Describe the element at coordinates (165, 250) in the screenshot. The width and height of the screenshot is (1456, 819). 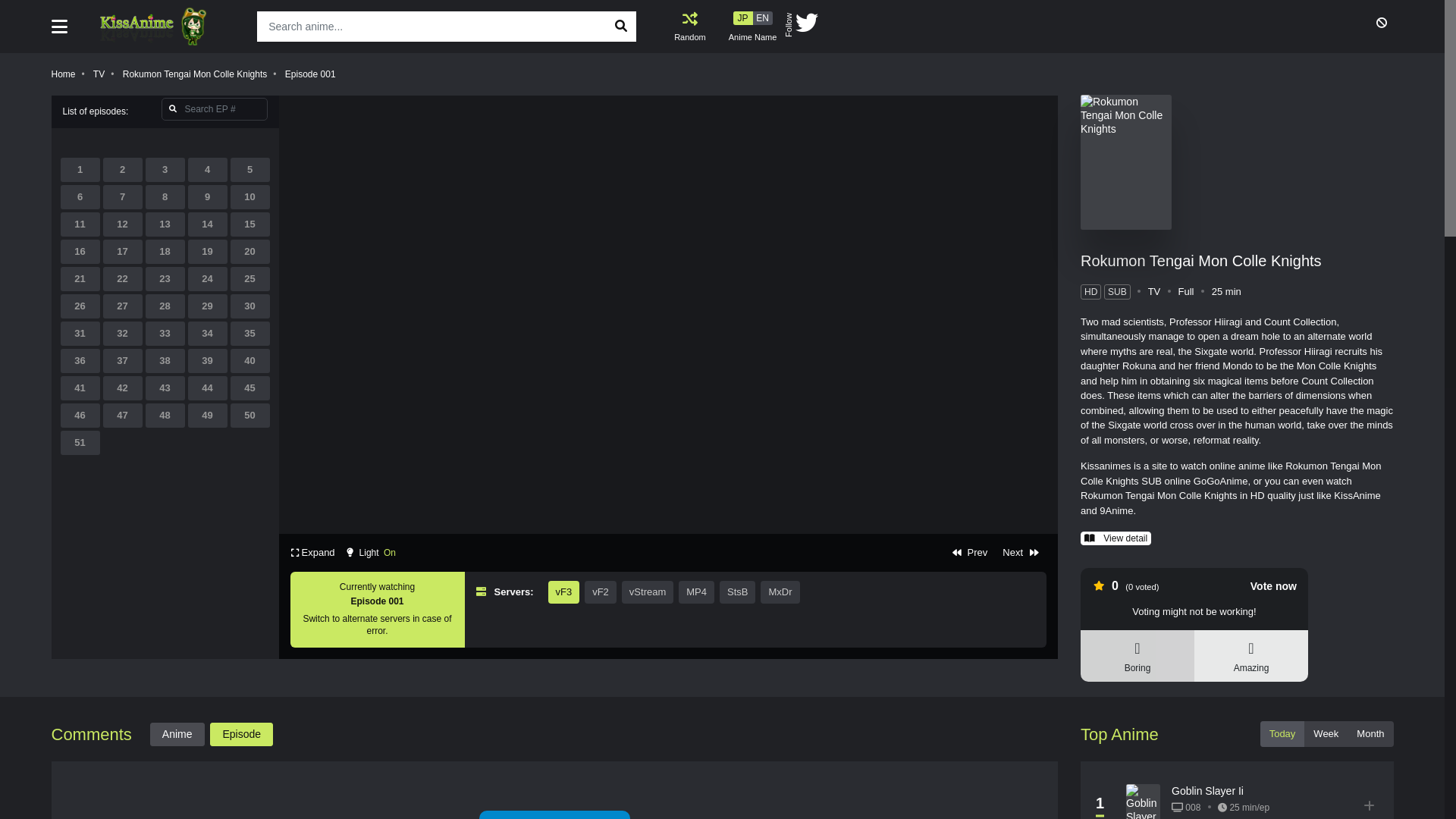
I see `'18'` at that location.